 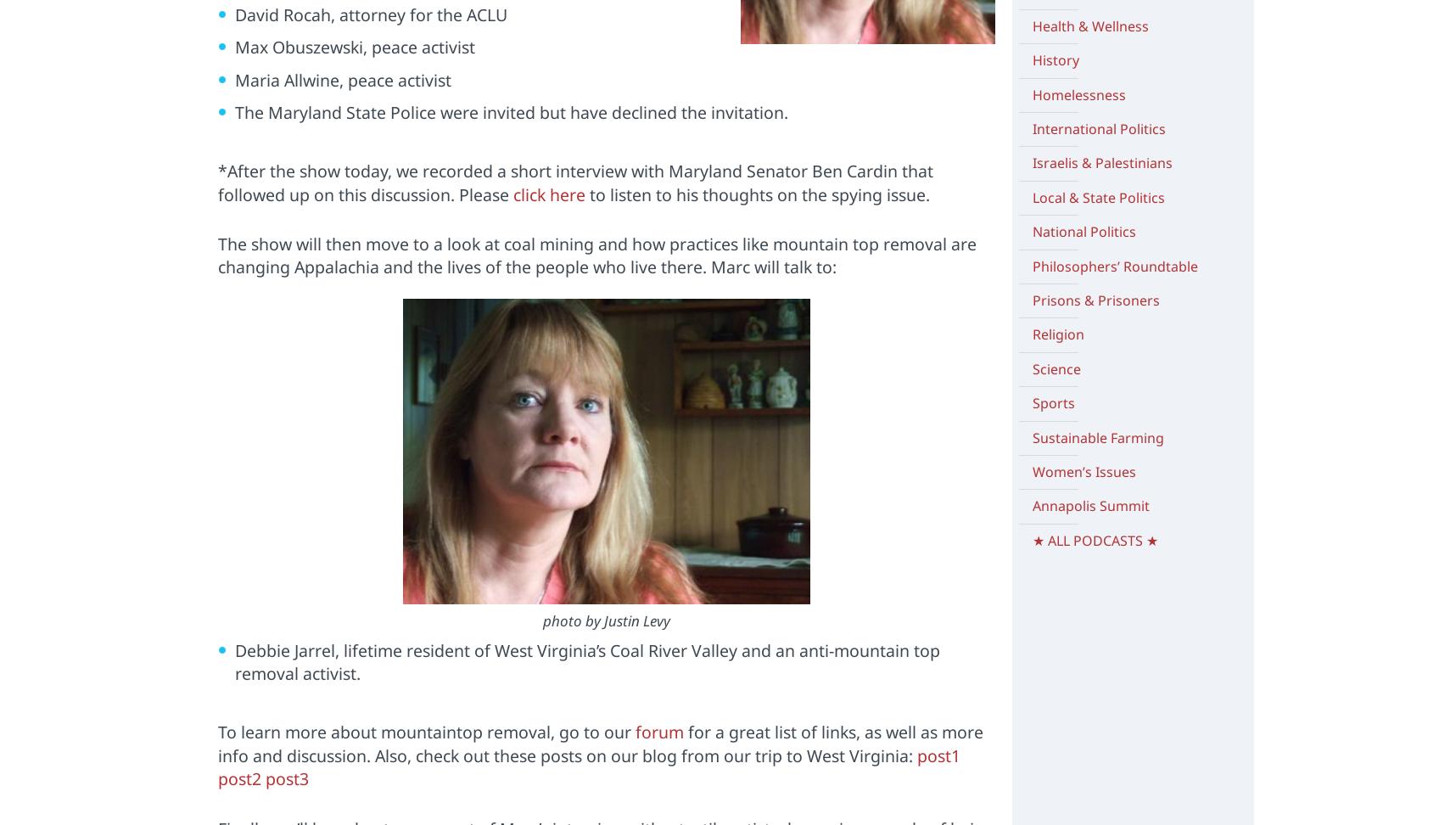 What do you see at coordinates (586, 661) in the screenshot?
I see `'Debbie Jarrel, lifetime resident of West Virginia’s Coal River Valley and an anti-mountain top removal activist.'` at bounding box center [586, 661].